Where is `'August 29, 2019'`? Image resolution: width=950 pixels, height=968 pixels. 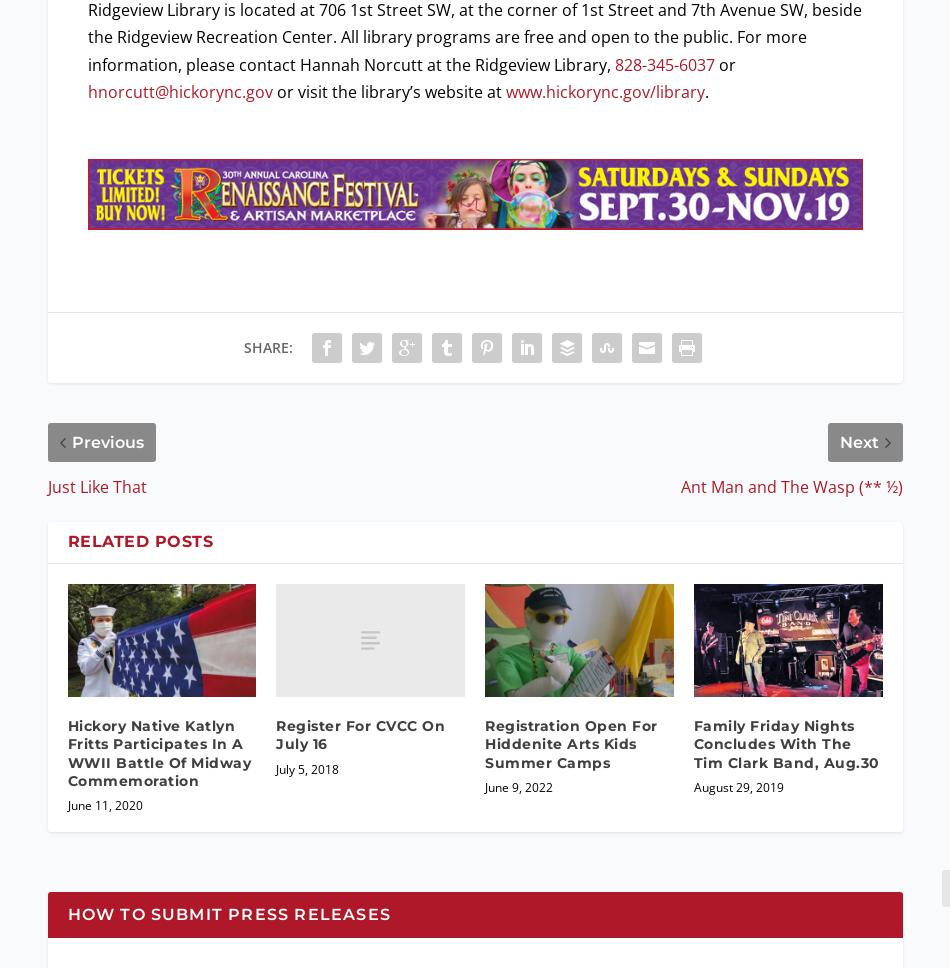 'August 29, 2019' is located at coordinates (736, 785).